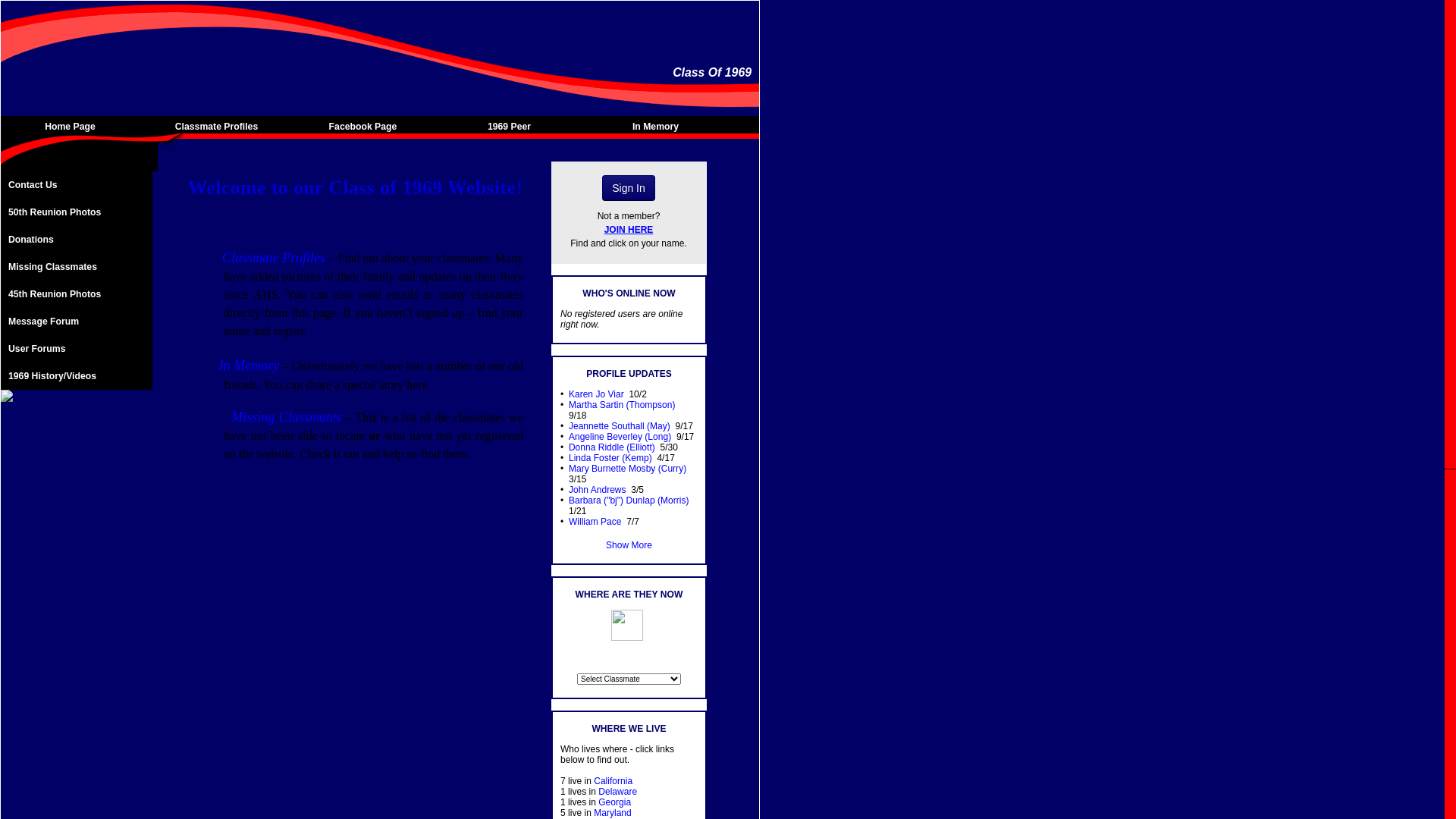  What do you see at coordinates (619, 426) in the screenshot?
I see `'Jeannette Southall (May)'` at bounding box center [619, 426].